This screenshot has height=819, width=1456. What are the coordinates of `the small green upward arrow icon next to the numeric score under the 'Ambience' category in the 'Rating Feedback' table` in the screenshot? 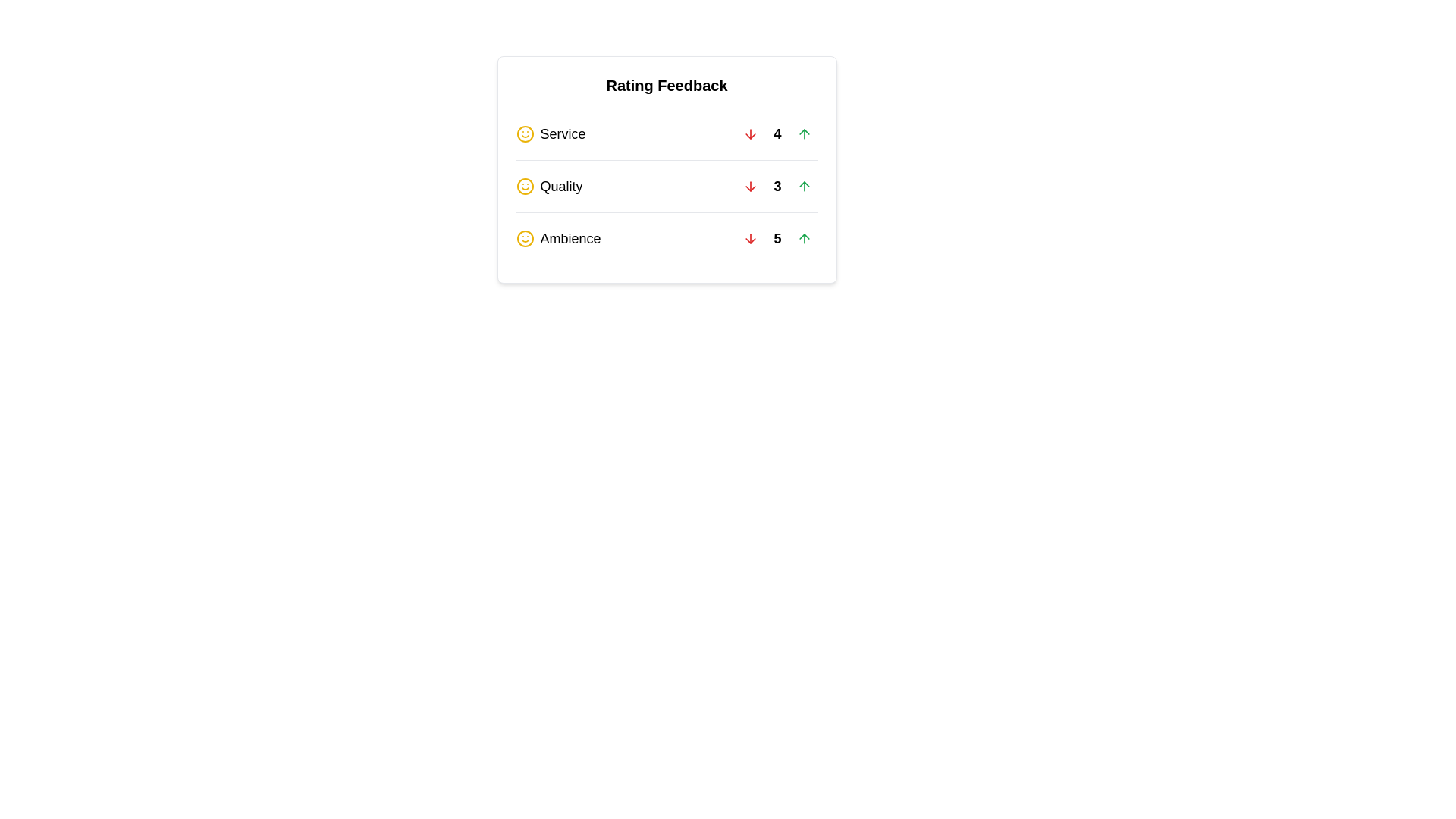 It's located at (803, 239).